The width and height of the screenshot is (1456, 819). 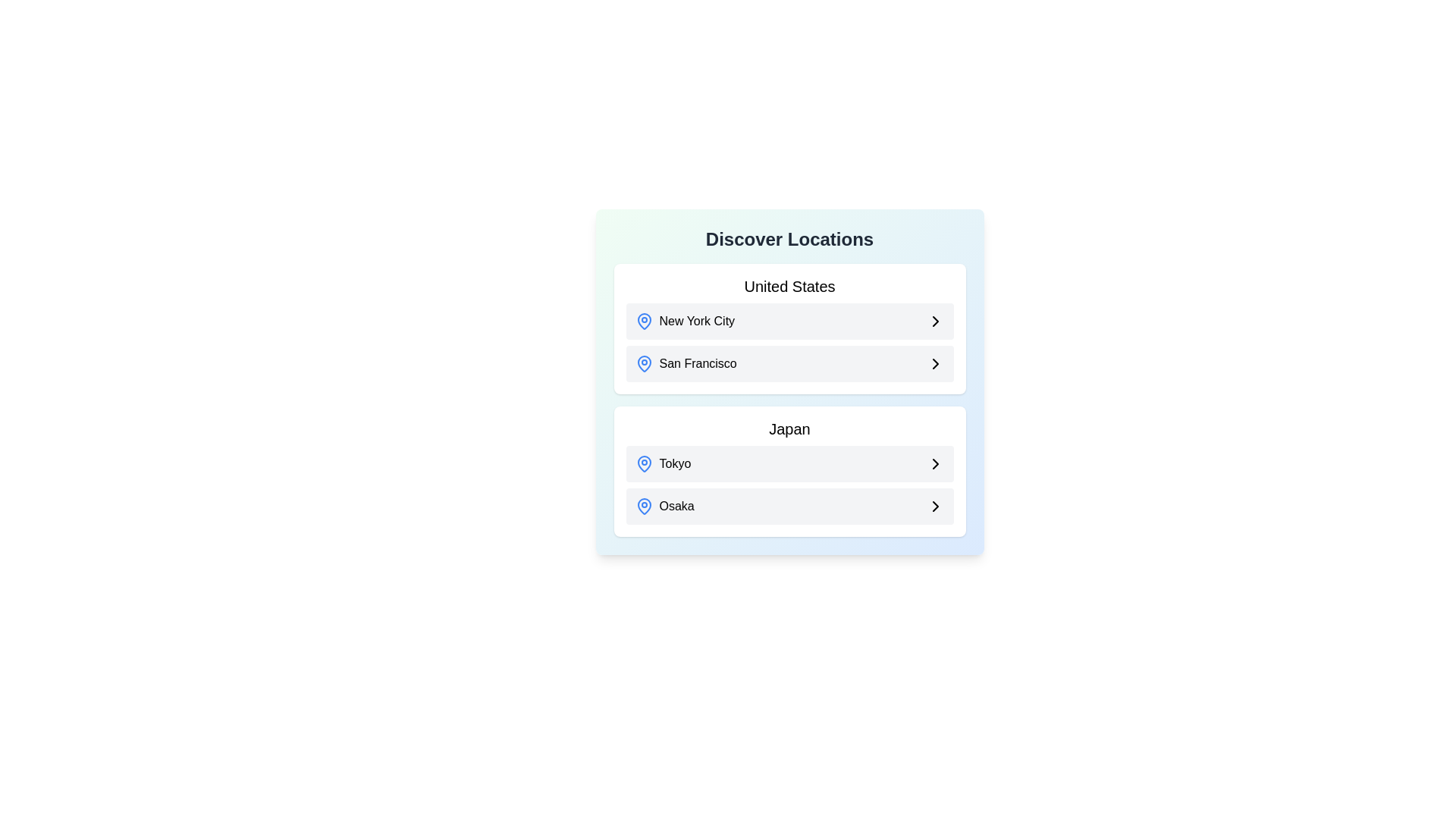 I want to click on the geographical location marker icon preceding the label 'Tokyo' in the second section under the 'Japan' heading, so click(x=644, y=463).